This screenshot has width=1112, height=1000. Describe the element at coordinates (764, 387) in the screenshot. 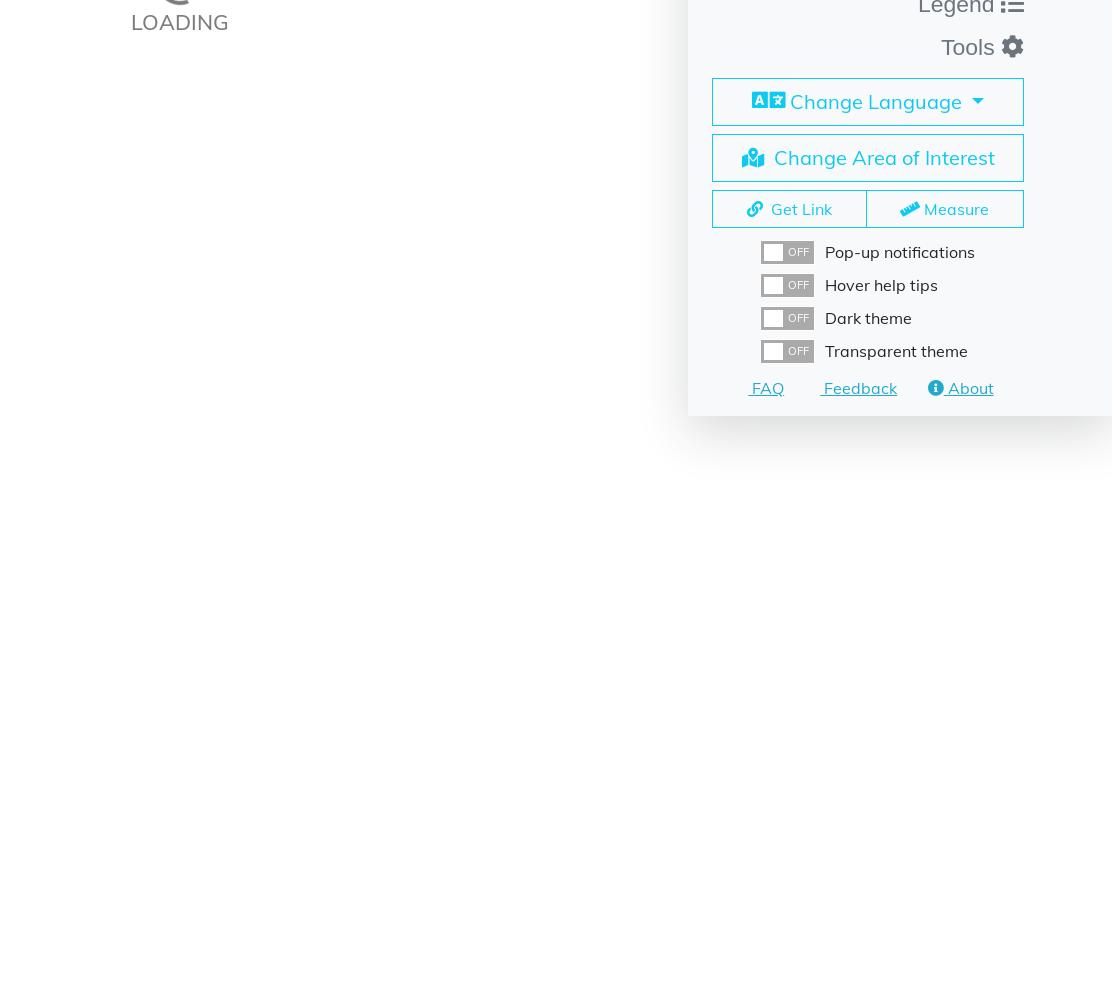

I see `'FAQ'` at that location.